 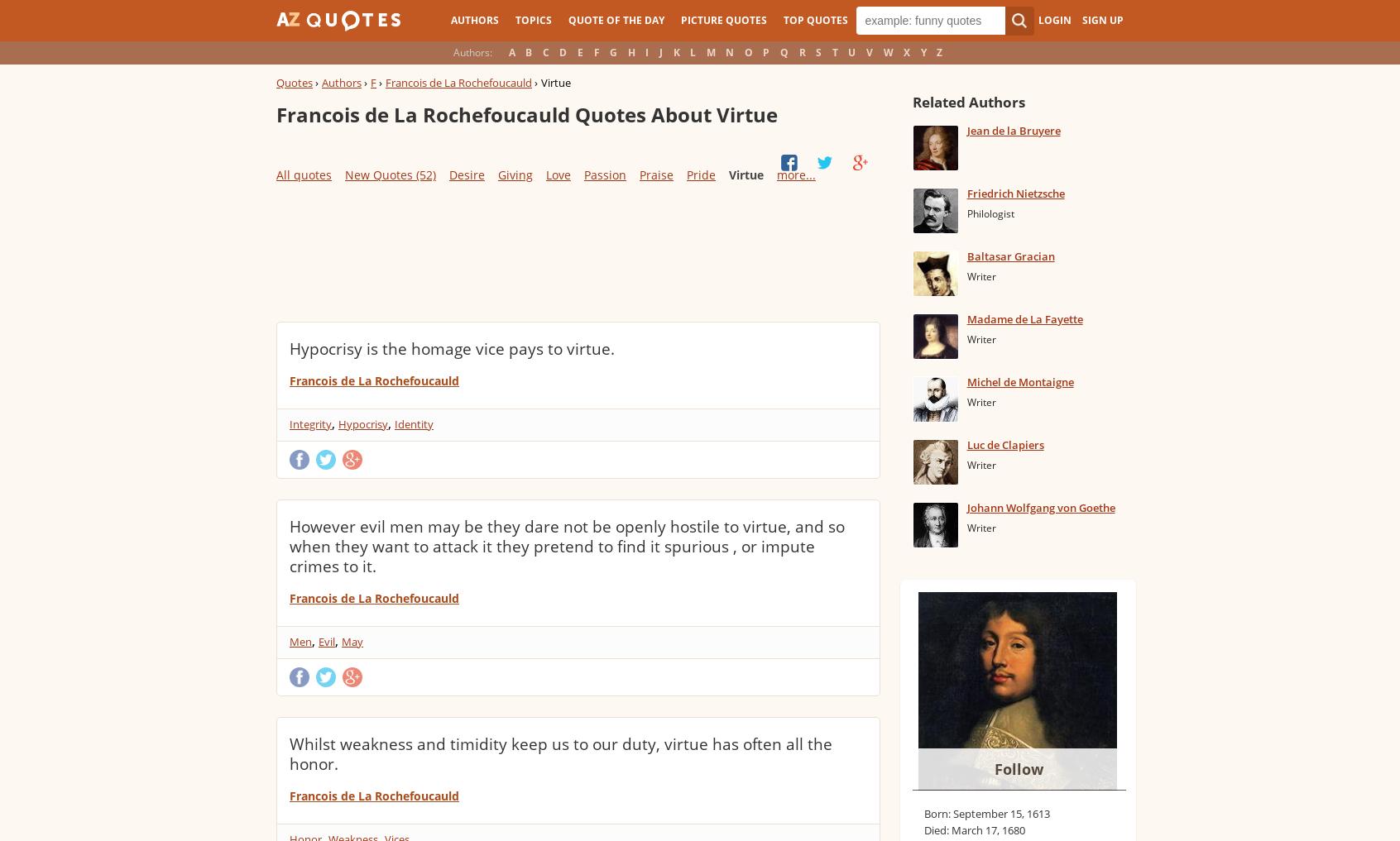 I want to click on 'Sign Up', so click(x=1101, y=19).